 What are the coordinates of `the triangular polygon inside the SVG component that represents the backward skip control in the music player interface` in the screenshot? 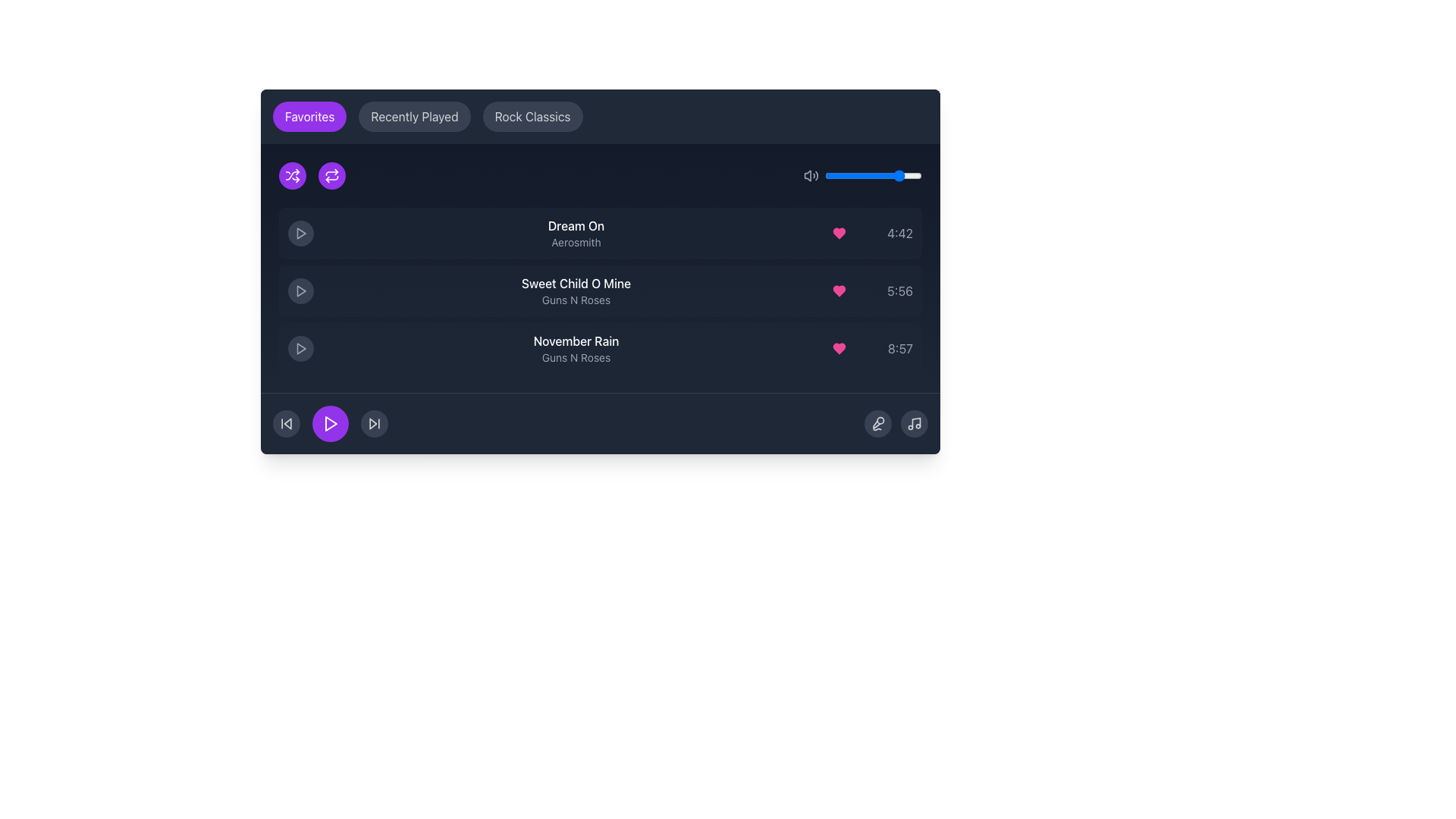 It's located at (287, 424).